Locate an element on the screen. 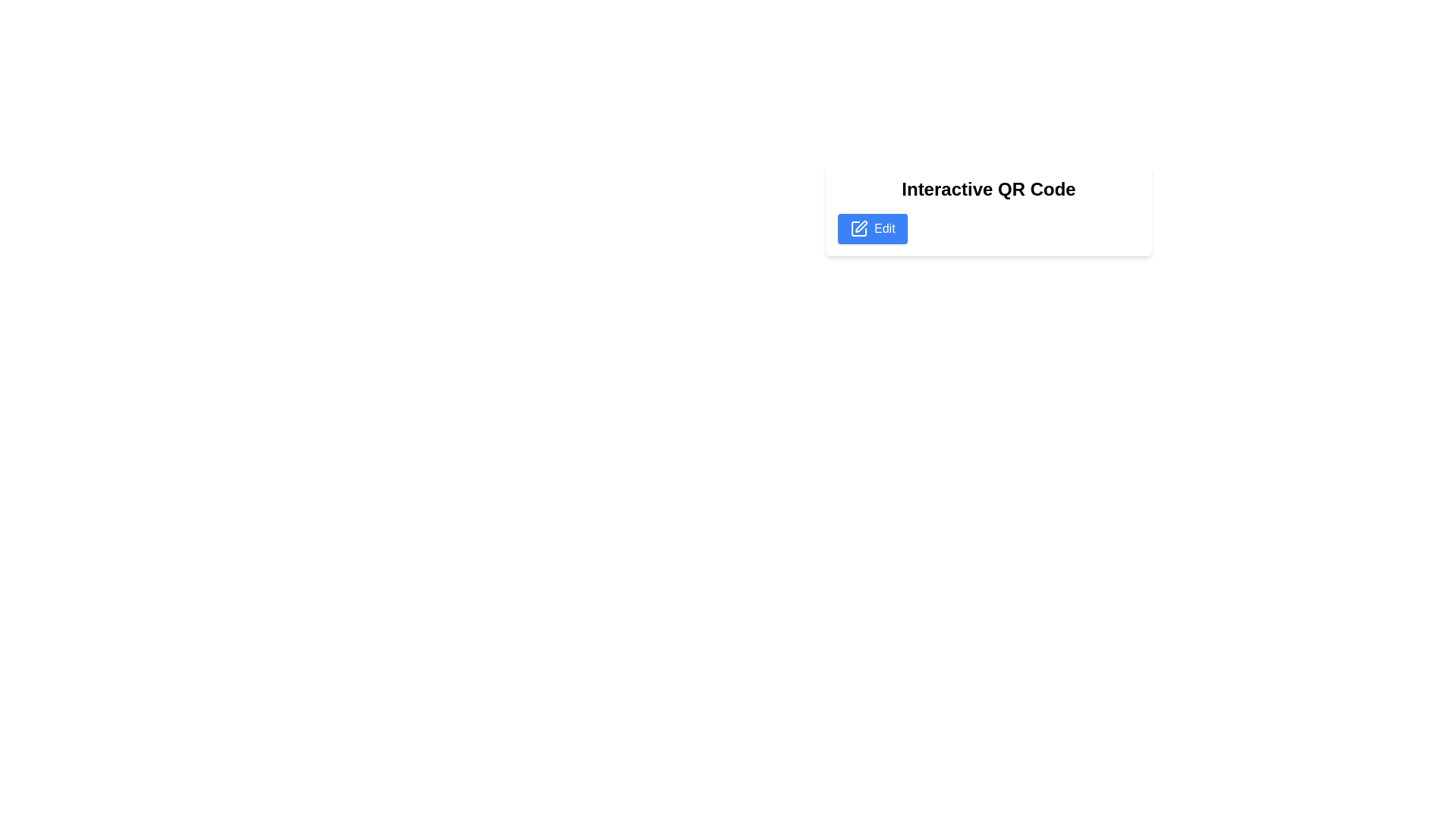 Image resolution: width=1456 pixels, height=819 pixels. static text label that reads 'Interactive QR Code', which is prominently displayed in a bold black font at the top of a white card-like widget is located at coordinates (989, 189).